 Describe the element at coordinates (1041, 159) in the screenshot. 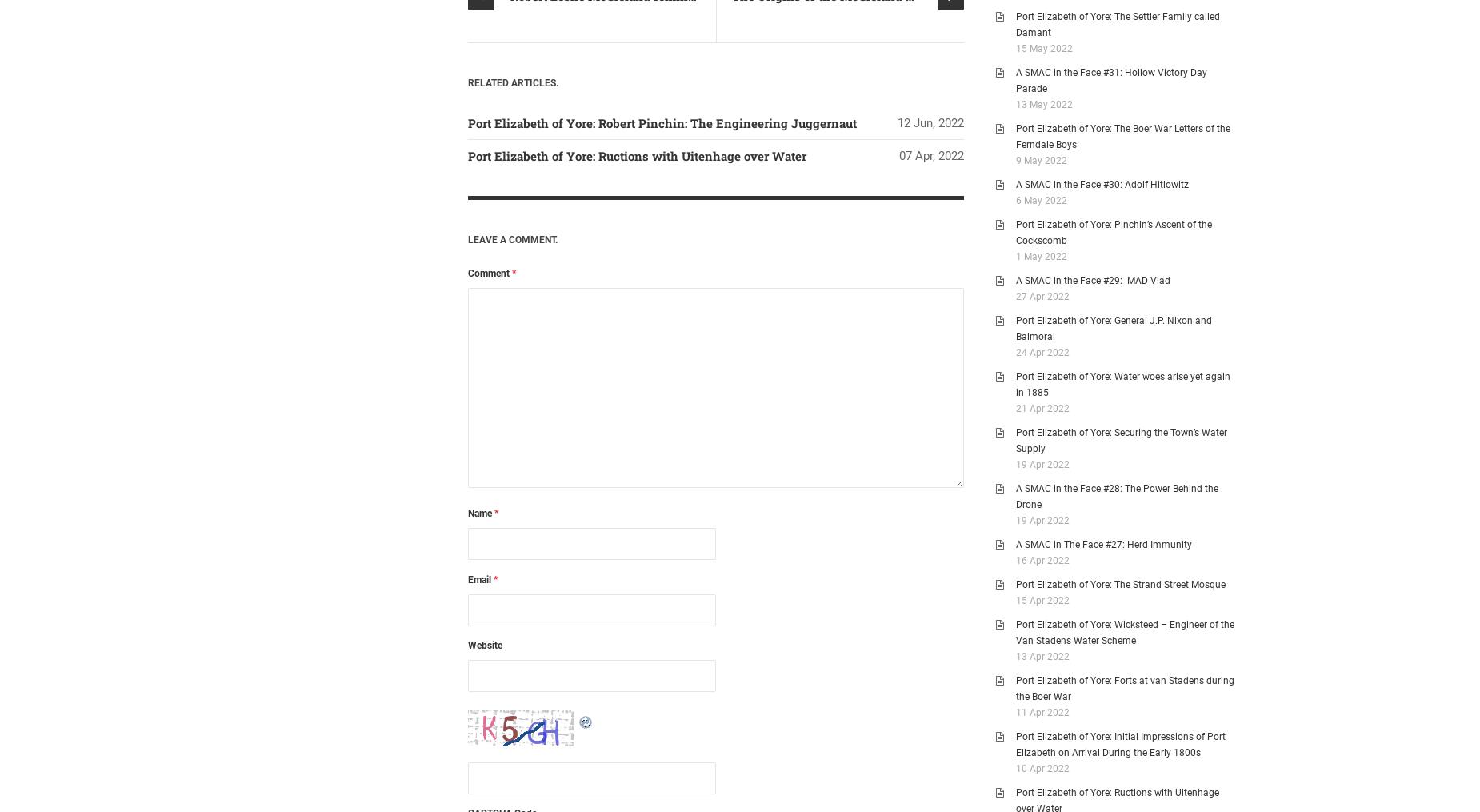

I see `'9 May 2022'` at that location.